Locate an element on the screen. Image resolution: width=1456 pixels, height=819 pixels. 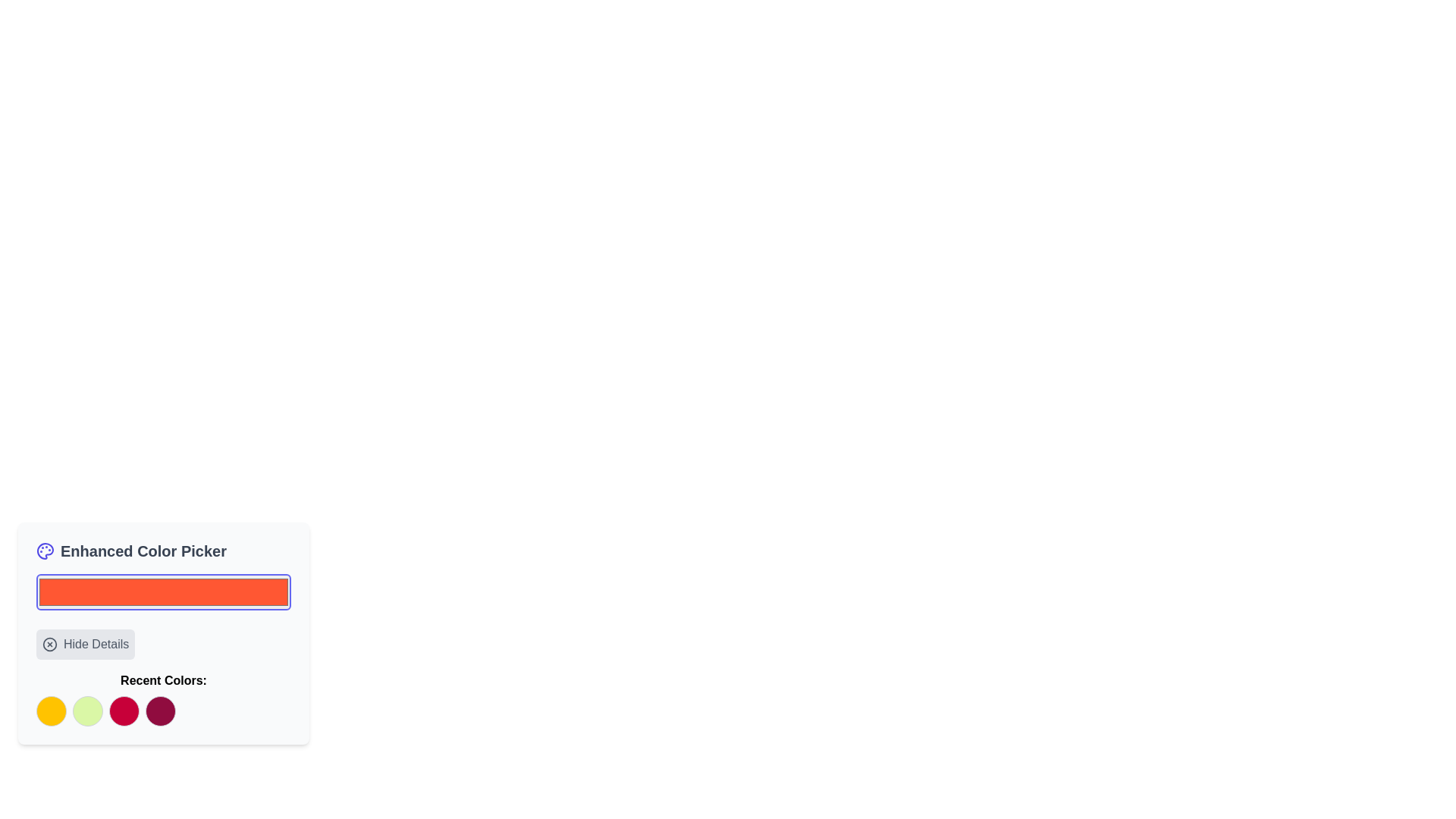
the label that indicates the purpose of the adjacent color swatches, located below the 'Hide Details' button and above the row of four colored circles is located at coordinates (164, 698).